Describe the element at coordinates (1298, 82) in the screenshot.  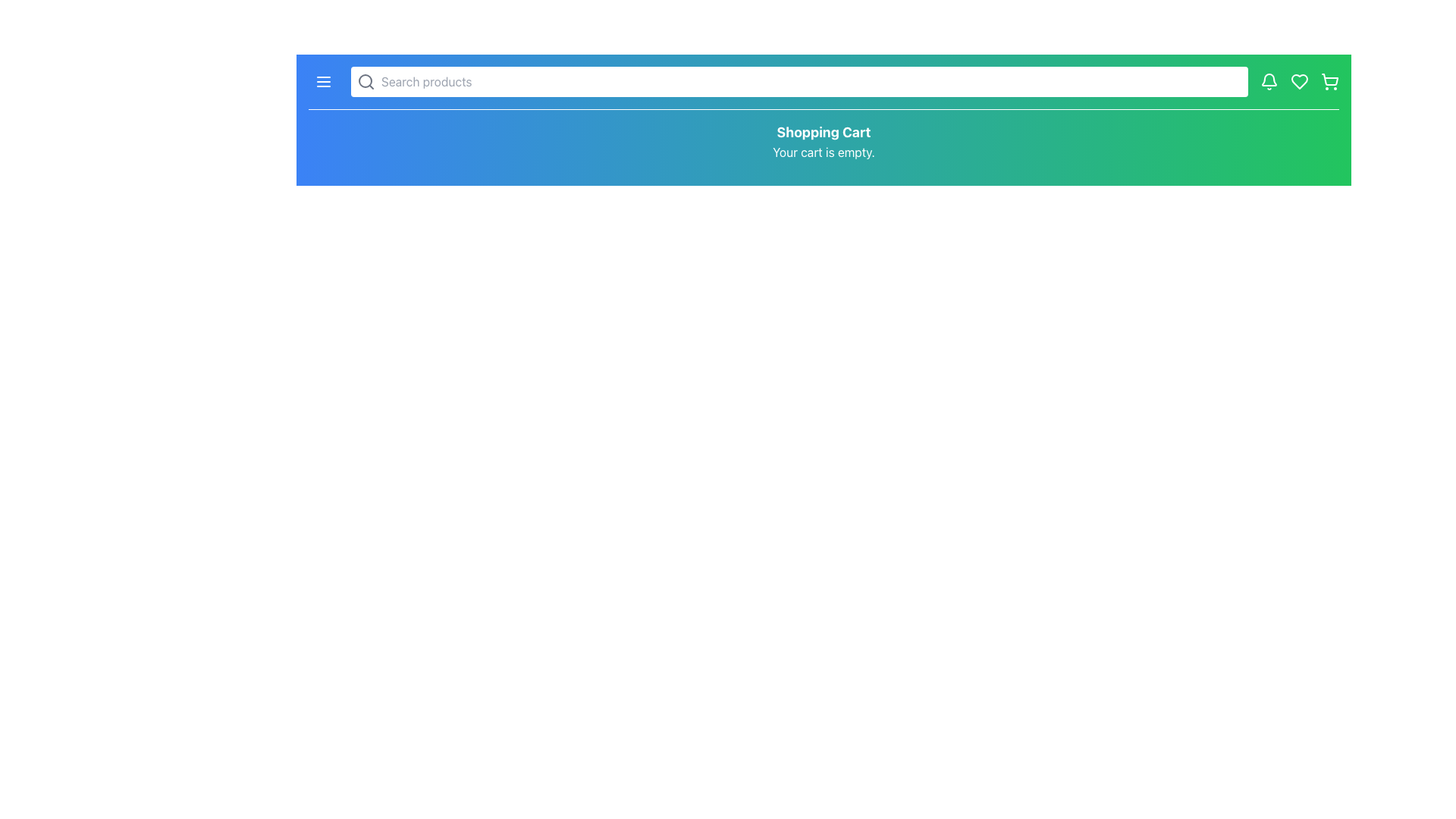
I see `the heart icon located at the top-right corner of the interface to like or favorite an item` at that location.